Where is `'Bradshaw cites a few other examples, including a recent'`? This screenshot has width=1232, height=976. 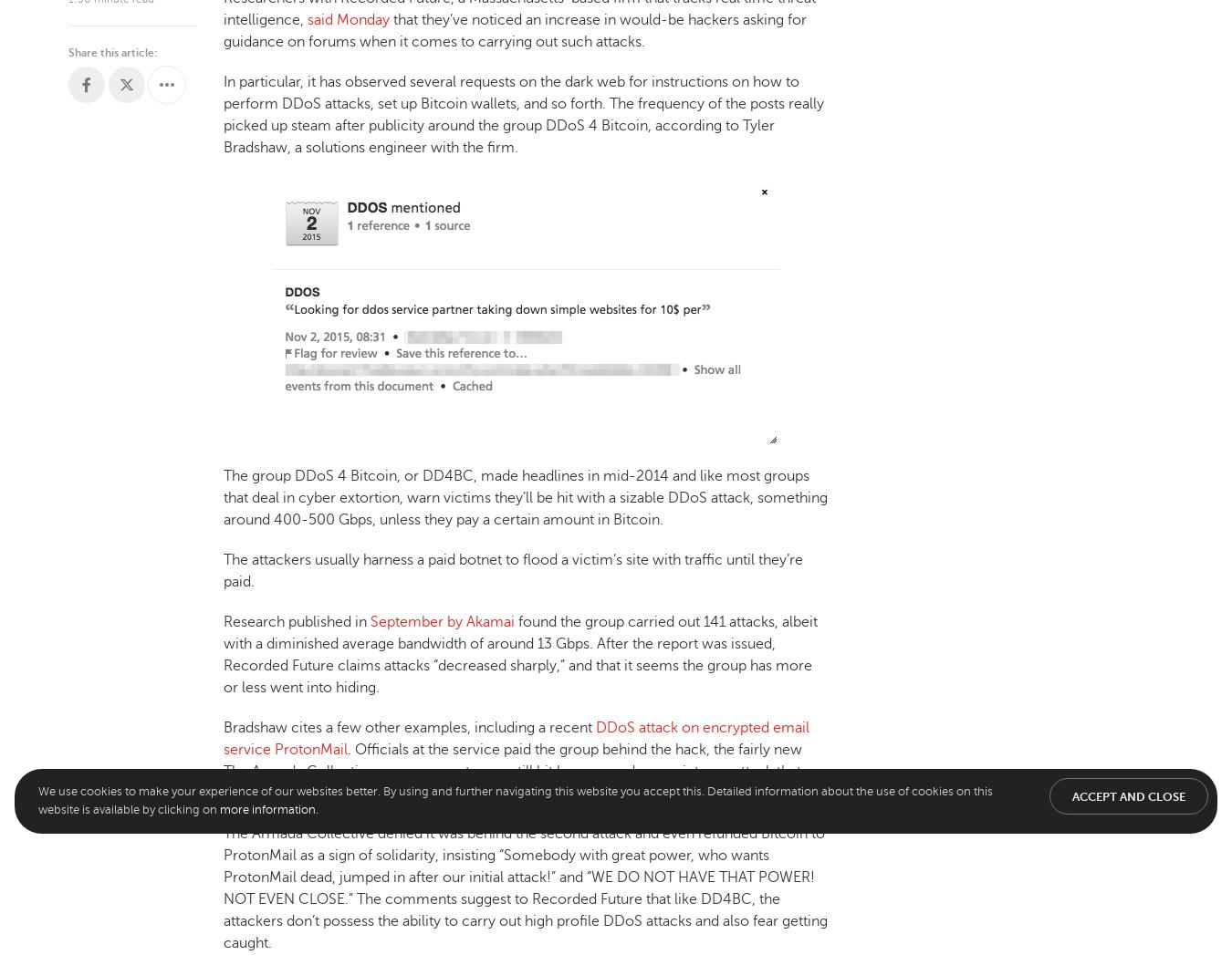 'Bradshaw cites a few other examples, including a recent' is located at coordinates (410, 726).